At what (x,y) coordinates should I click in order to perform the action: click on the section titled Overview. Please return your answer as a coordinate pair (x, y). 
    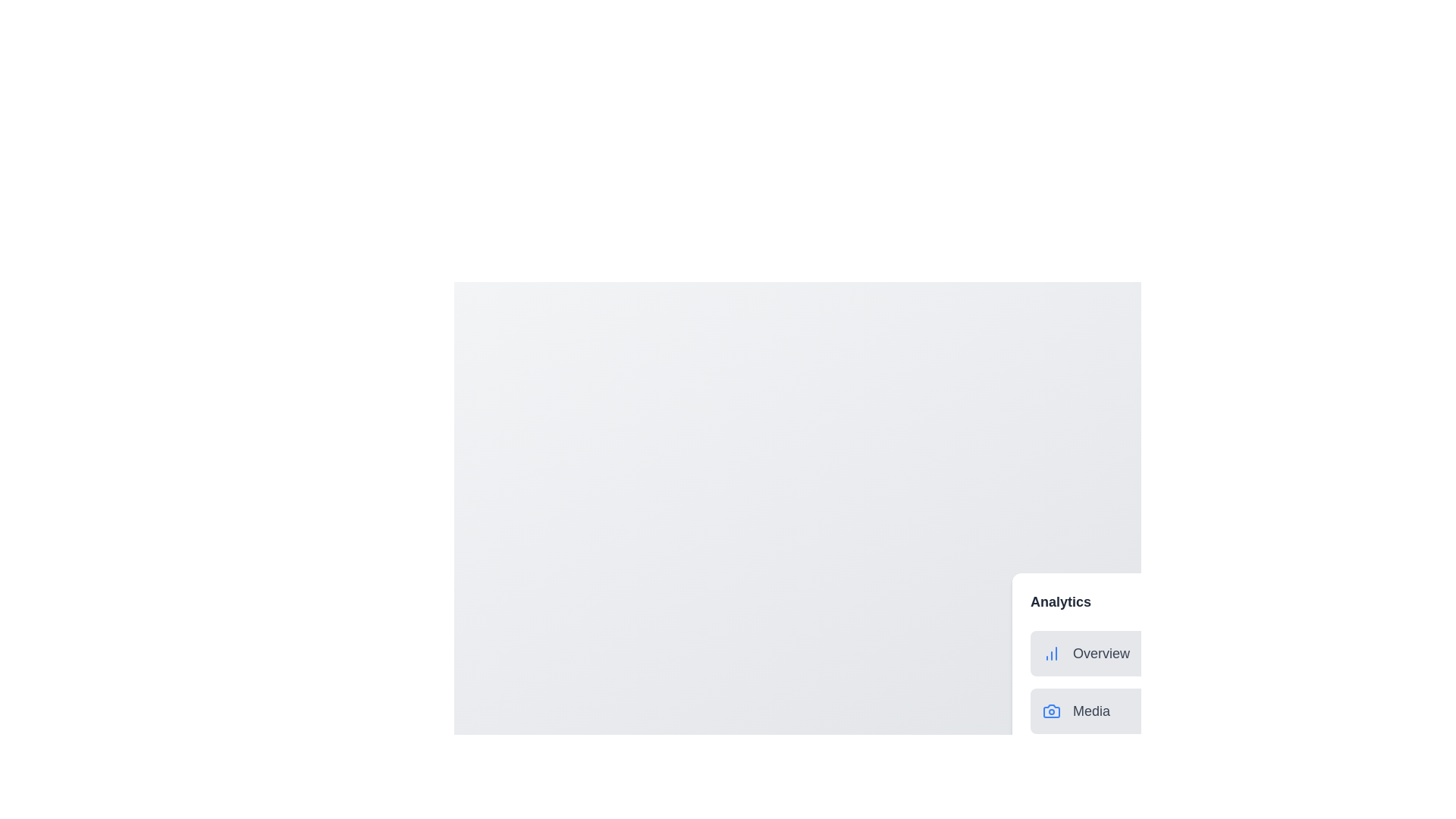
    Looking at the image, I should click on (1072, 652).